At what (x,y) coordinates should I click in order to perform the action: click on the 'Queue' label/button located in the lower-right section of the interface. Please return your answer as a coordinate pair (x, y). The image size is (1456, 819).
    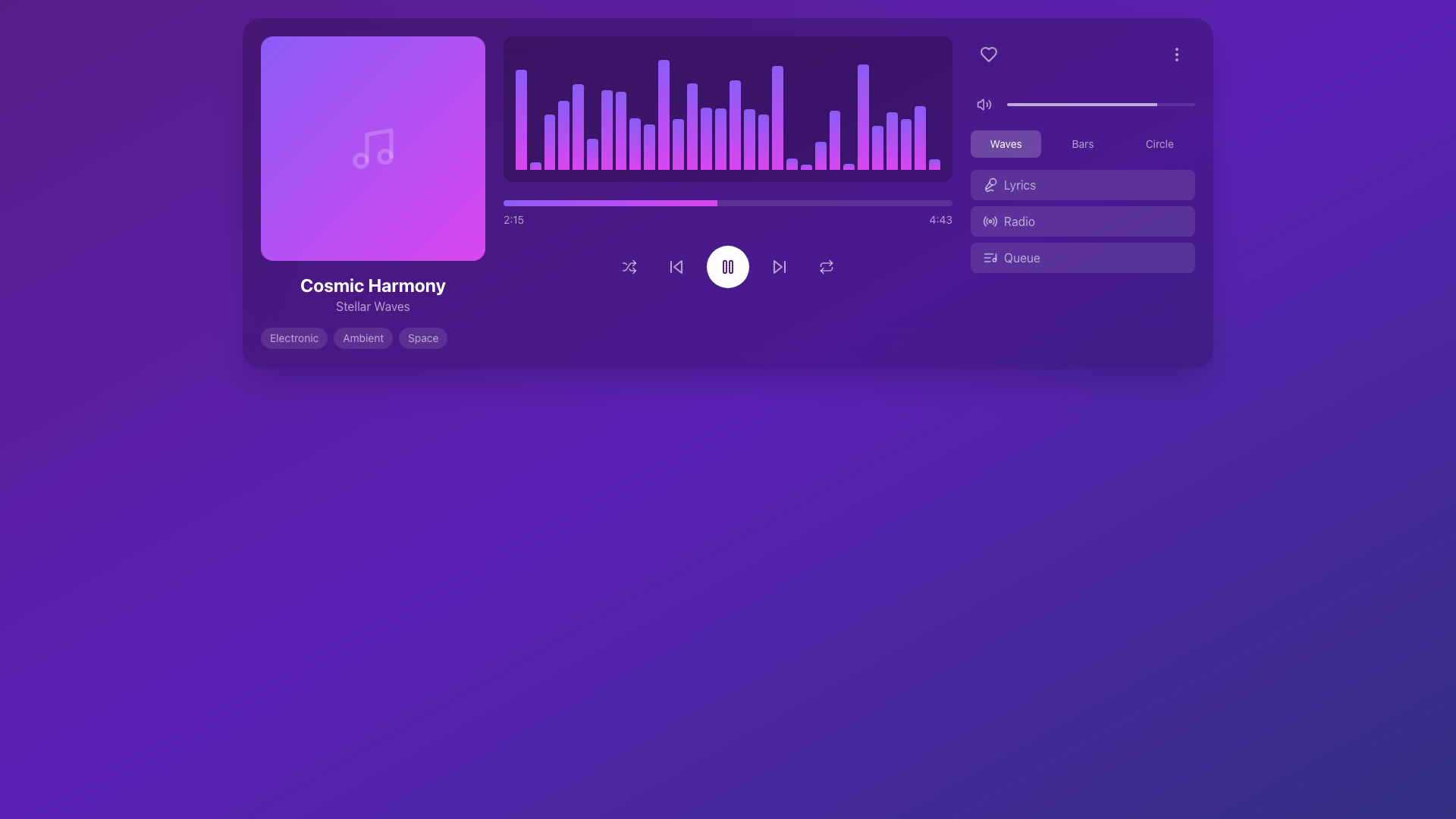
    Looking at the image, I should click on (1021, 256).